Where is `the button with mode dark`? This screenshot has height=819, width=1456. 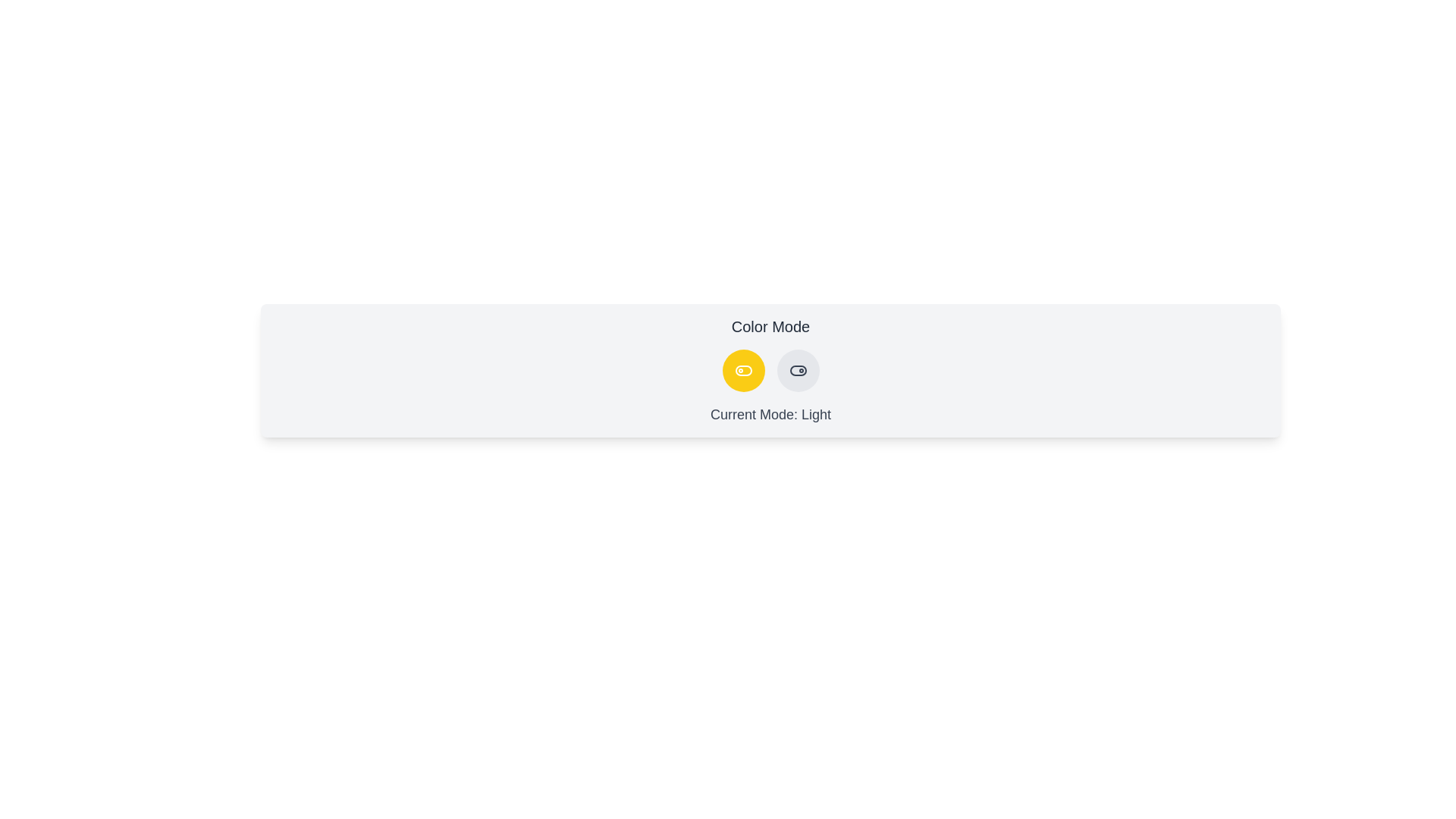
the button with mode dark is located at coordinates (797, 371).